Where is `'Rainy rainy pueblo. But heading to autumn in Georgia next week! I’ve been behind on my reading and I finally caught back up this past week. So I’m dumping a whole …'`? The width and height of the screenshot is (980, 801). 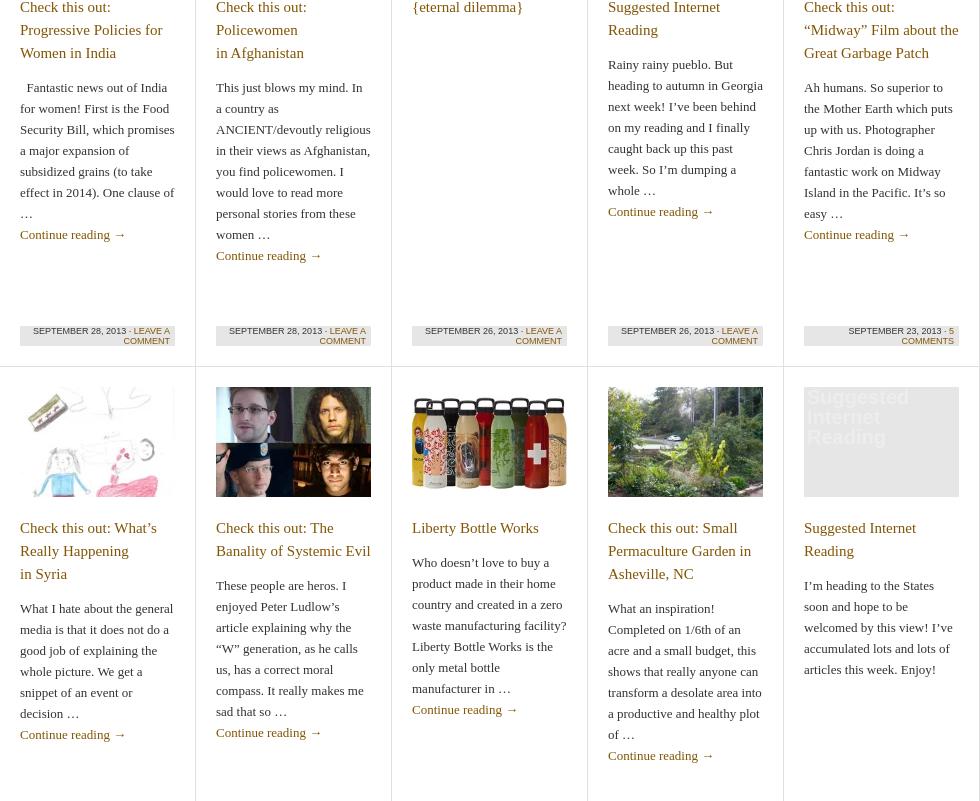 'Rainy rainy pueblo. But heading to autumn in Georgia next week! I’ve been behind on my reading and I finally caught back up this past week. So I’m dumping a whole …' is located at coordinates (685, 126).